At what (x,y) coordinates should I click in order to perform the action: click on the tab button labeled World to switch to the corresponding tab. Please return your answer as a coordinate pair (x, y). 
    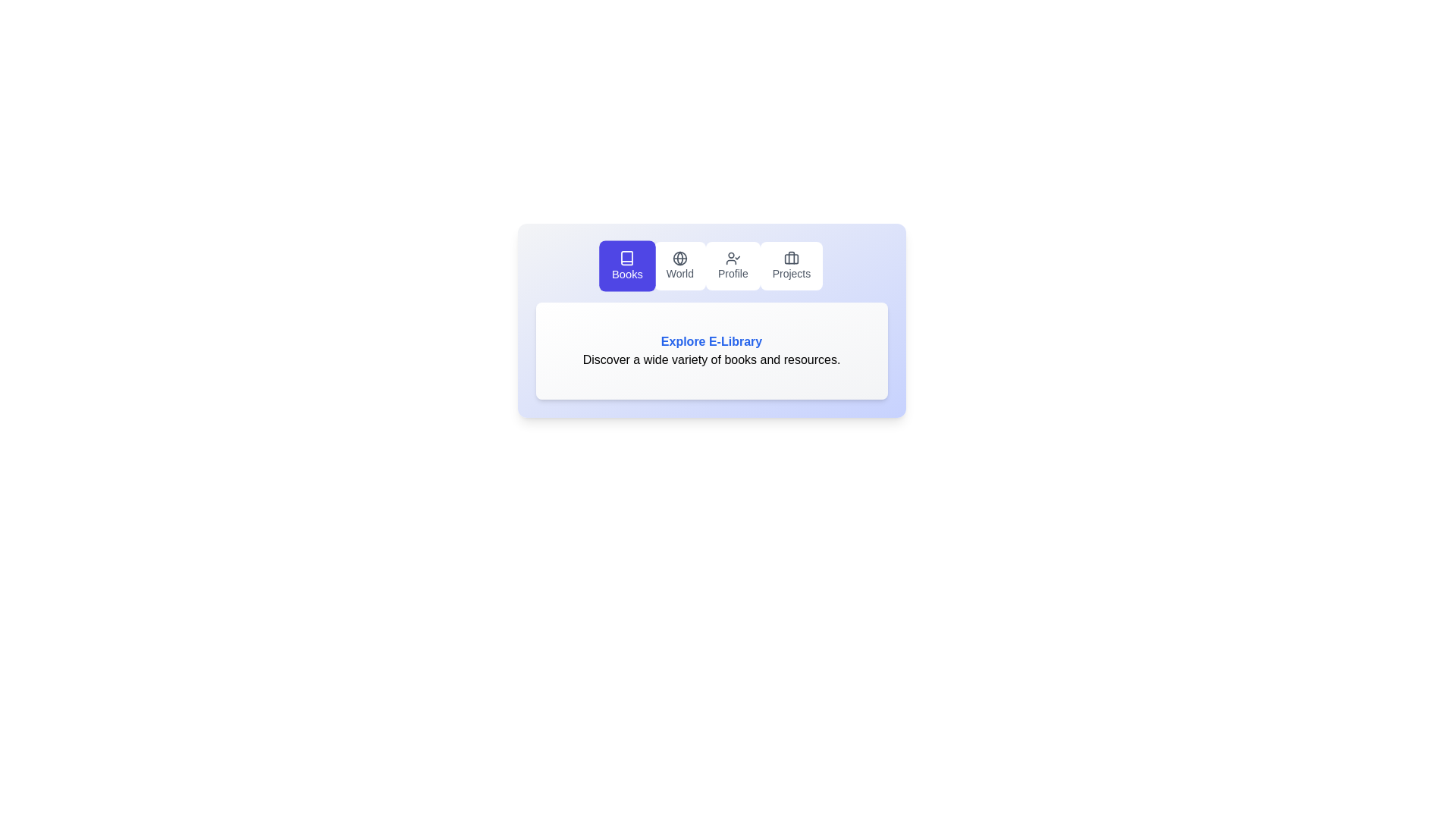
    Looking at the image, I should click on (679, 265).